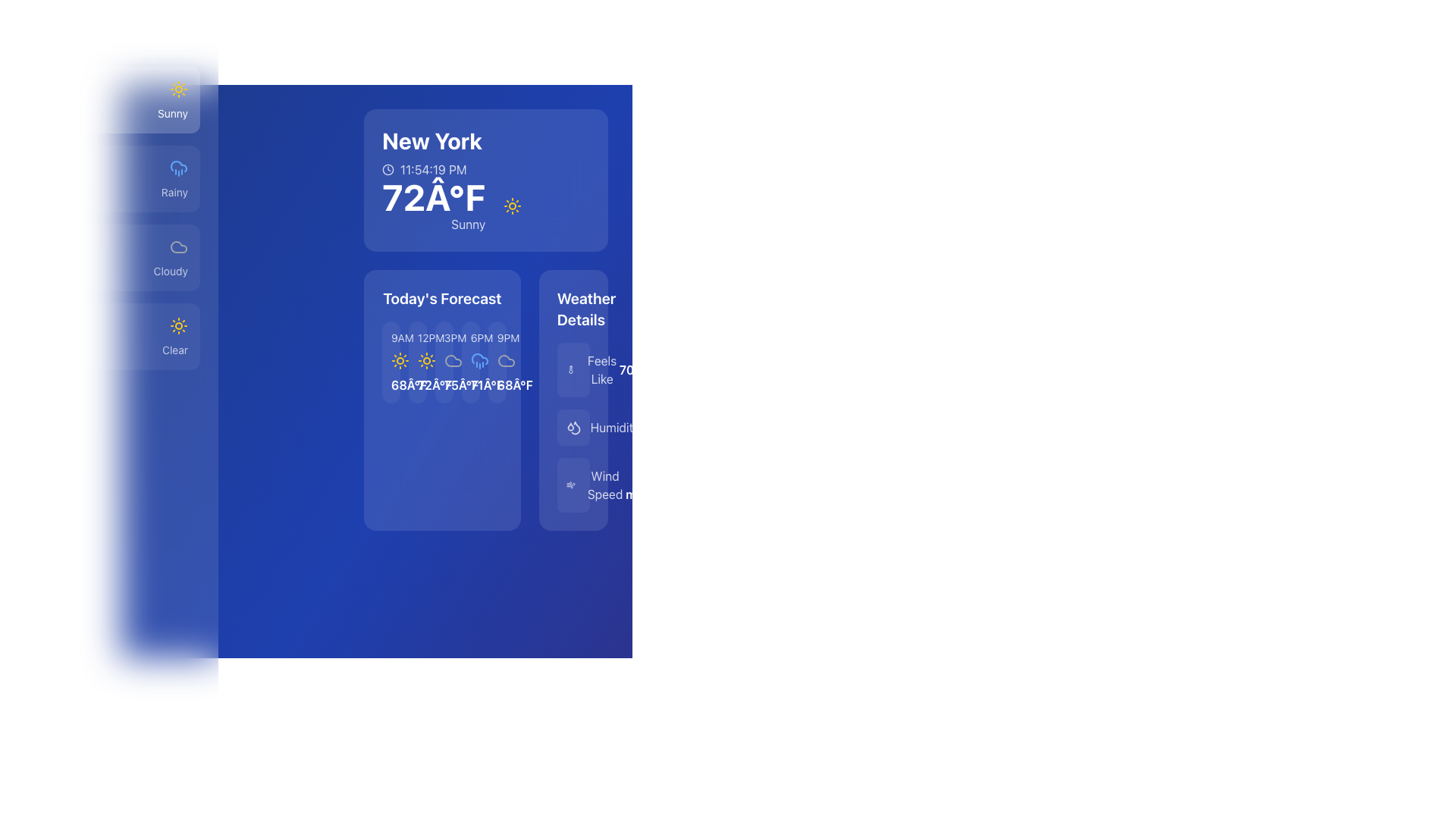  What do you see at coordinates (108, 350) in the screenshot?
I see `text content of the label displaying '82°F' and 'Clear', which is the last entry in a vertically oriented list of weather conditions` at bounding box center [108, 350].